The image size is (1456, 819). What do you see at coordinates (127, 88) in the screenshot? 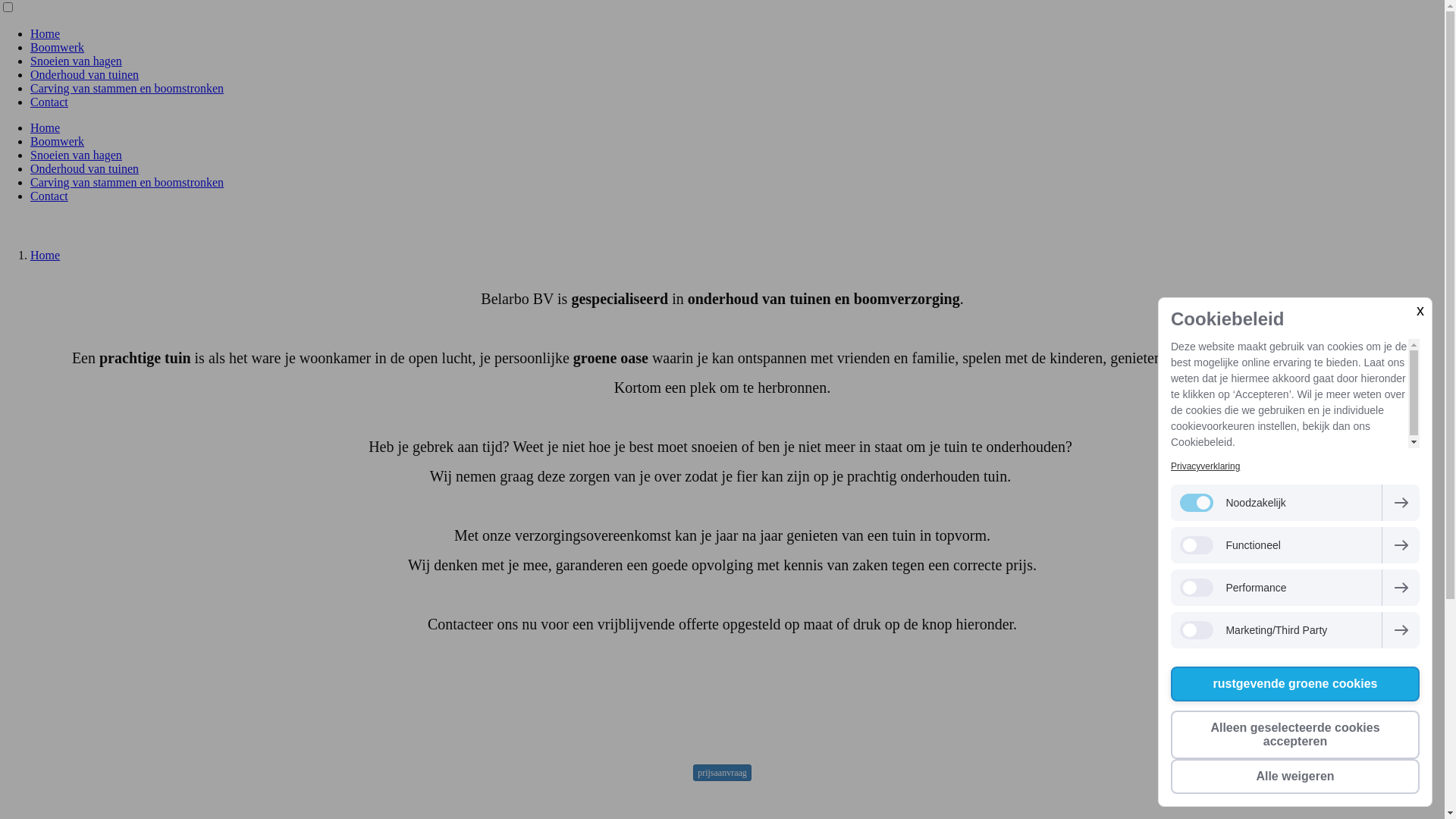
I see `'Carving van stammen en boomstronken'` at bounding box center [127, 88].